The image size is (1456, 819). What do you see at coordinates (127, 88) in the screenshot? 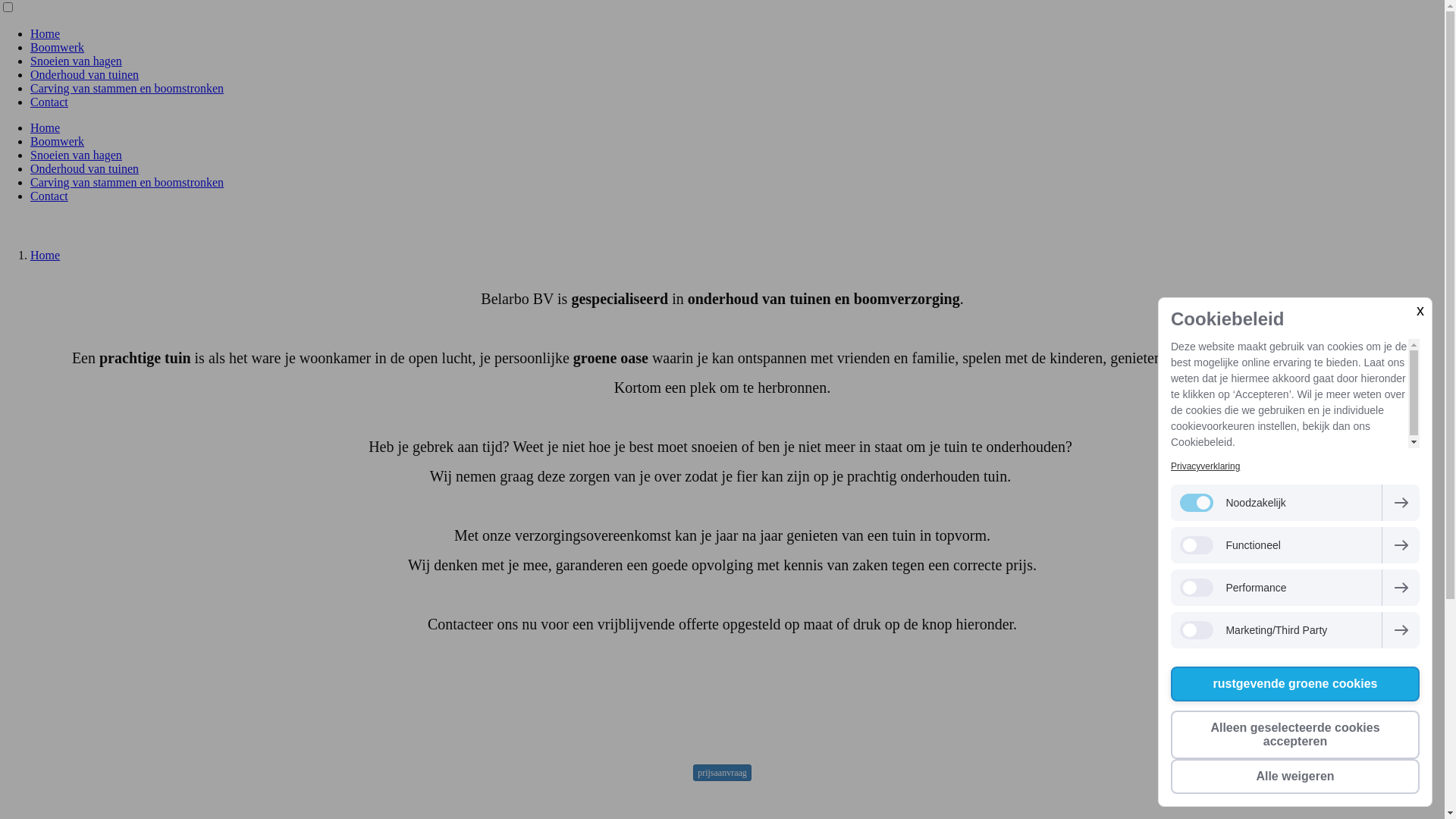
I see `'Carving van stammen en boomstronken'` at bounding box center [127, 88].